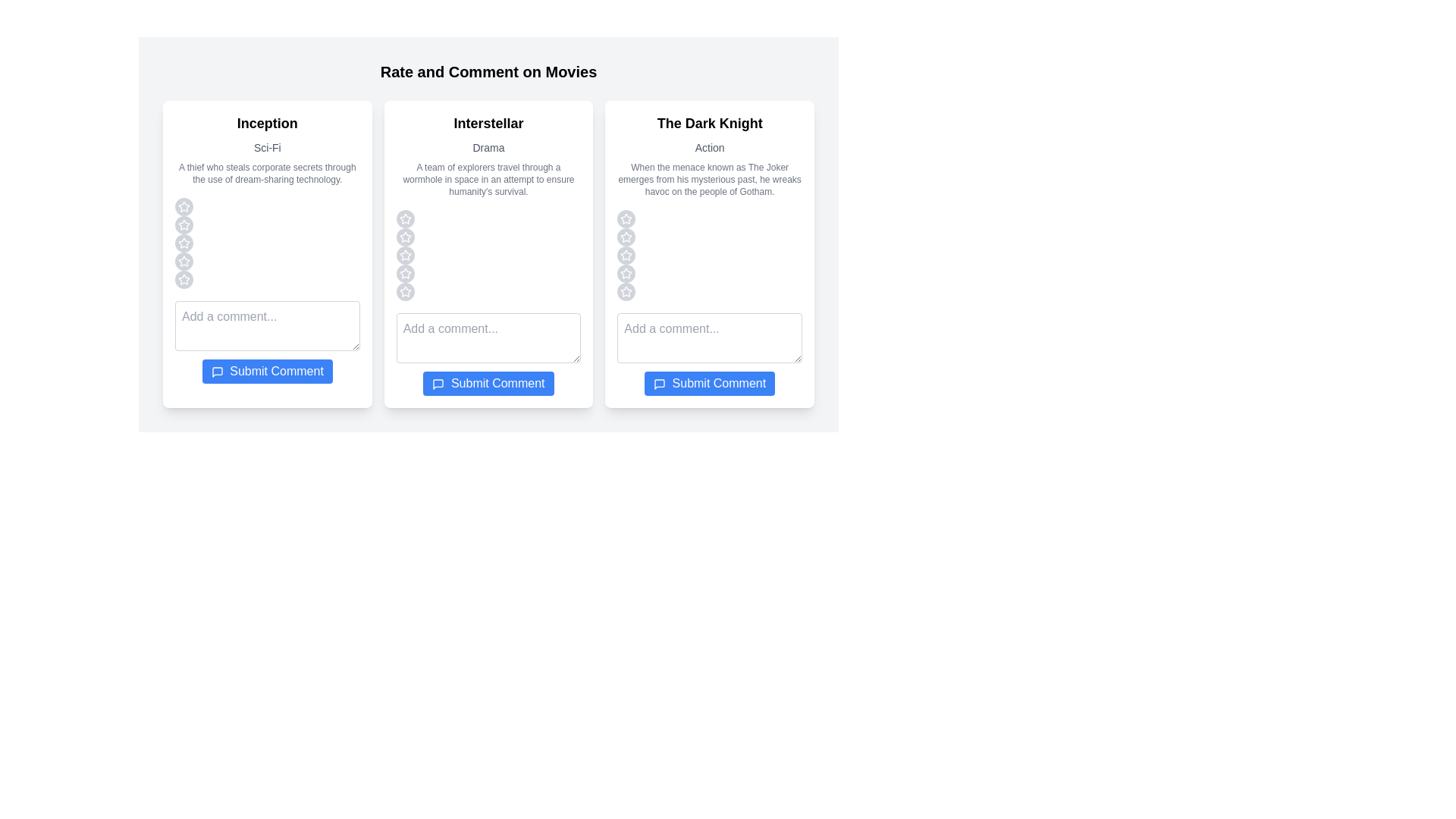 The image size is (1456, 819). What do you see at coordinates (626, 254) in the screenshot?
I see `the star corresponding to the rating 3 for the movie The Dark Knight` at bounding box center [626, 254].